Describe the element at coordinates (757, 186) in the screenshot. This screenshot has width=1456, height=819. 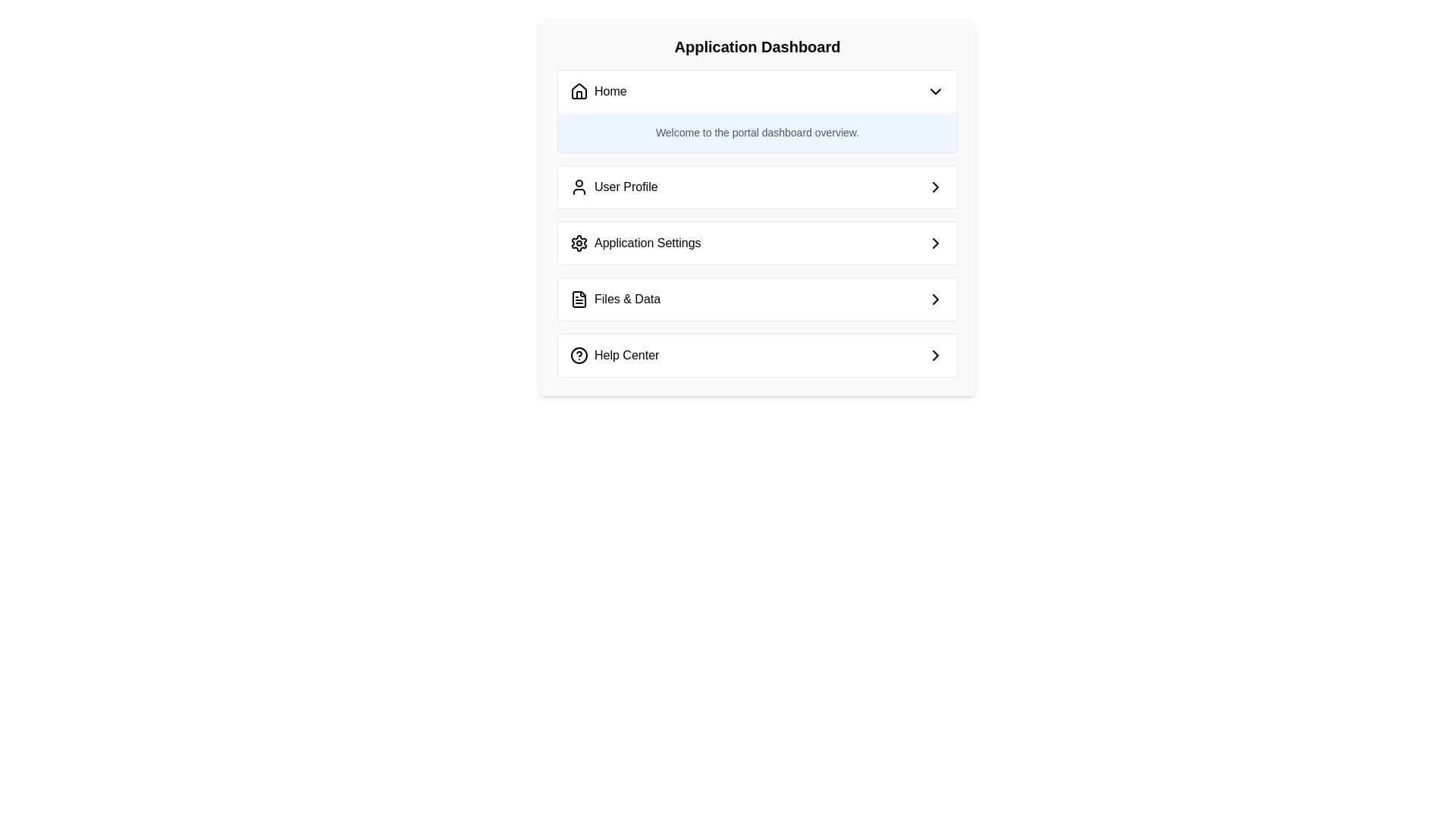
I see `the 'User Profile' Button-like link located in the second slot of the vertical list on the 'Application Dashboard', positioned between 'Home' and 'Application Settings'` at that location.